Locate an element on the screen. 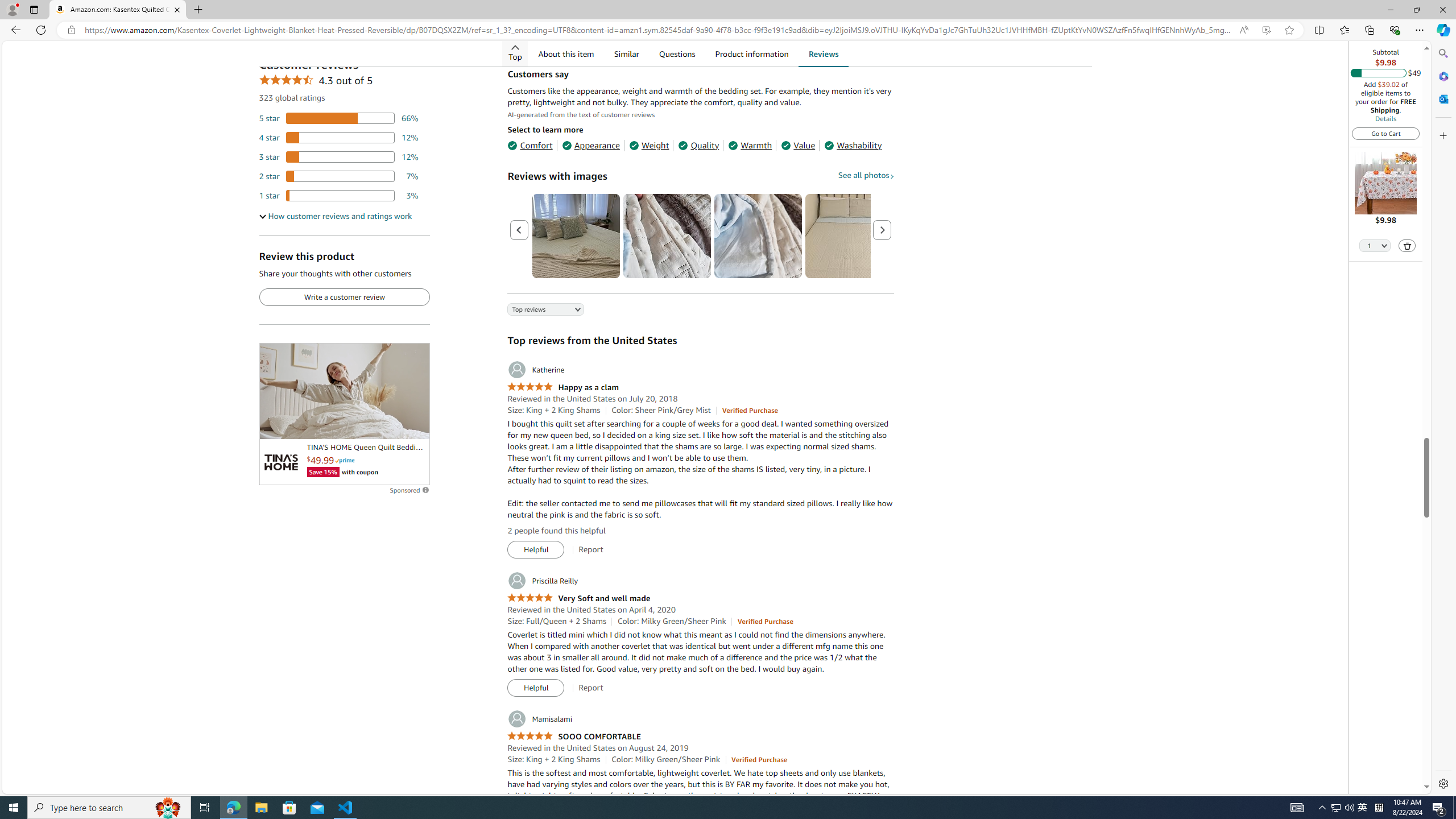  'Previous page' is located at coordinates (519, 230).